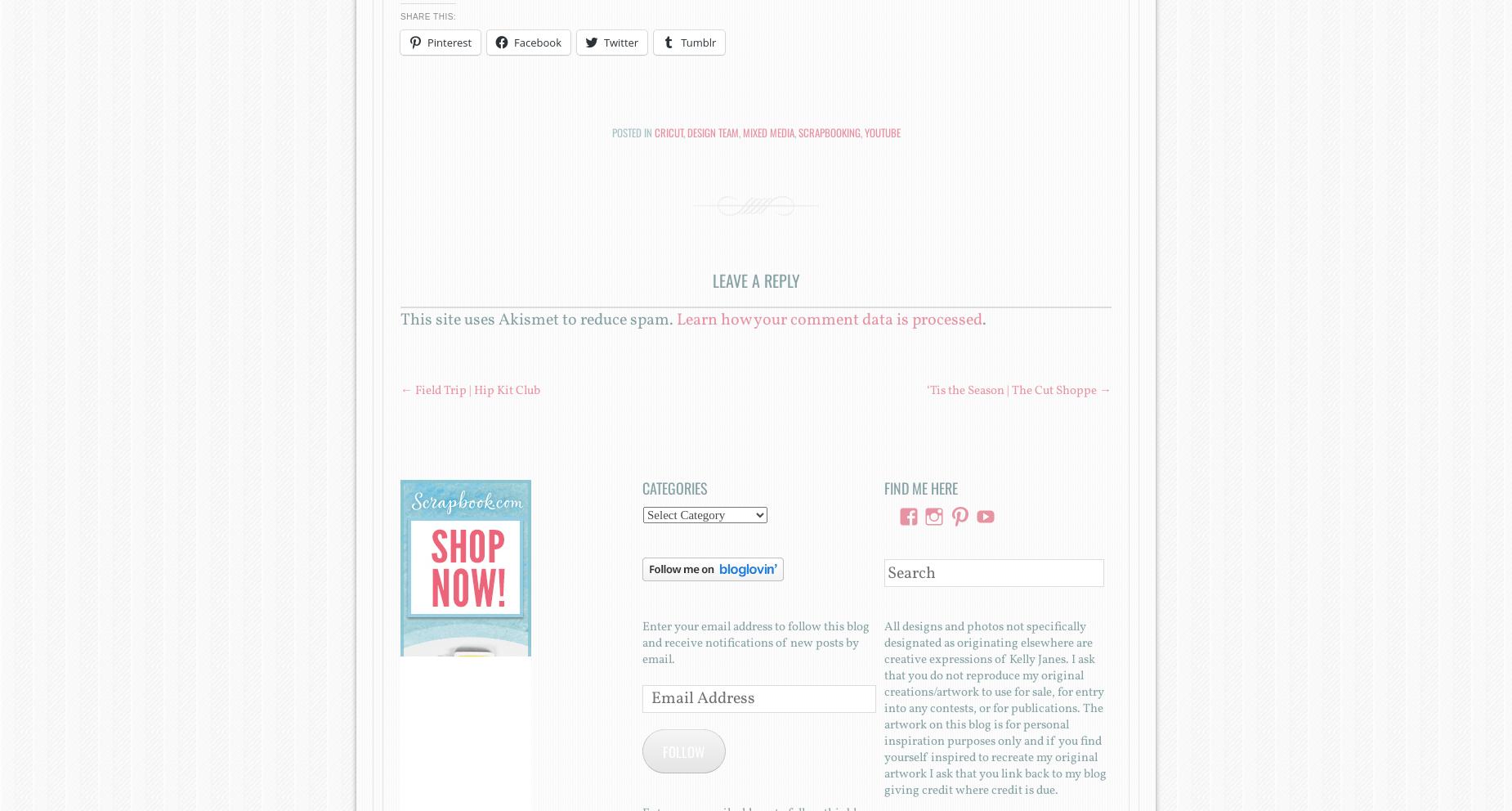  What do you see at coordinates (755, 280) in the screenshot?
I see `'Leave a Reply'` at bounding box center [755, 280].